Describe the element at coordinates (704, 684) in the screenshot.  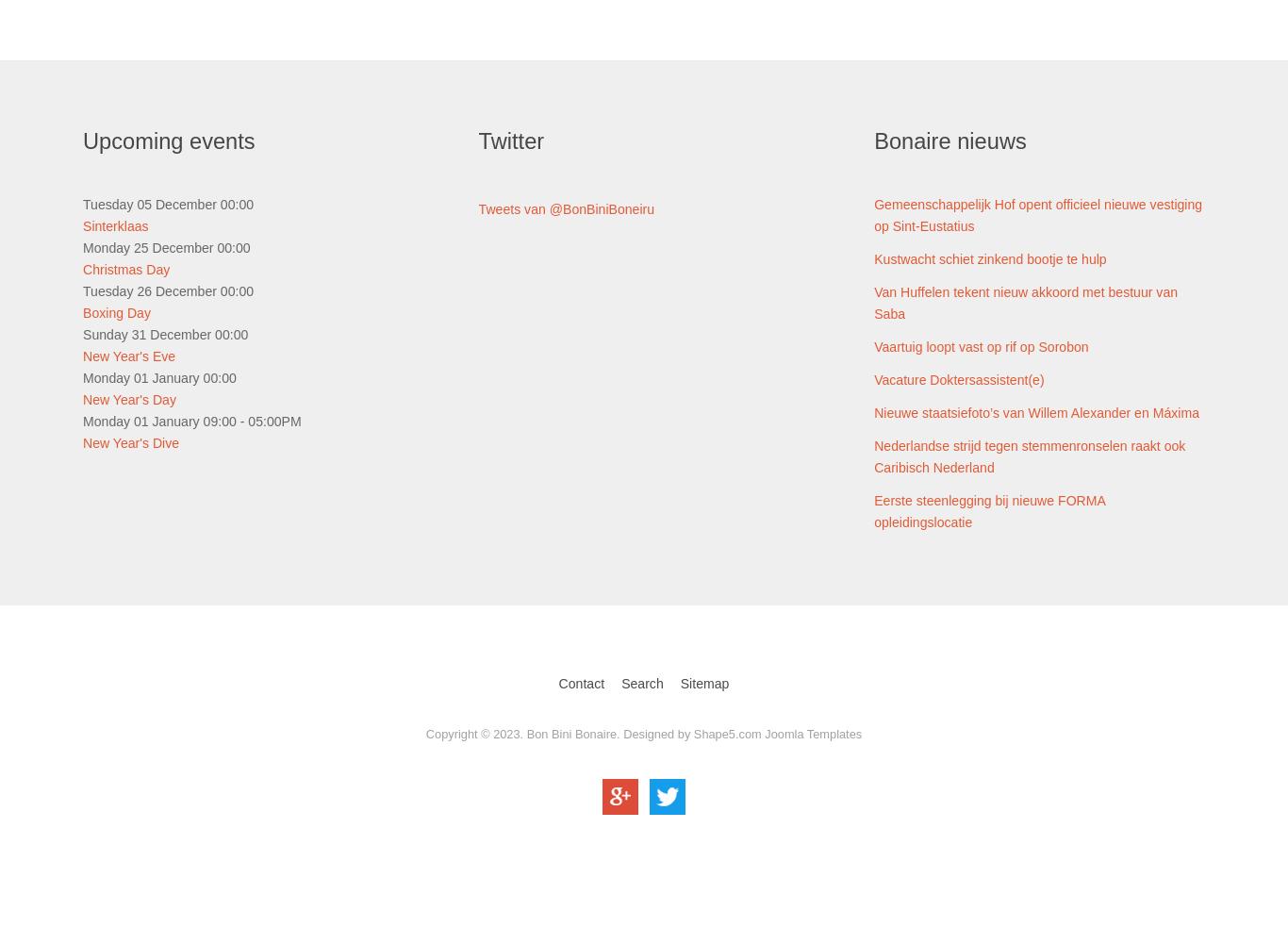
I see `'Sitemap'` at that location.